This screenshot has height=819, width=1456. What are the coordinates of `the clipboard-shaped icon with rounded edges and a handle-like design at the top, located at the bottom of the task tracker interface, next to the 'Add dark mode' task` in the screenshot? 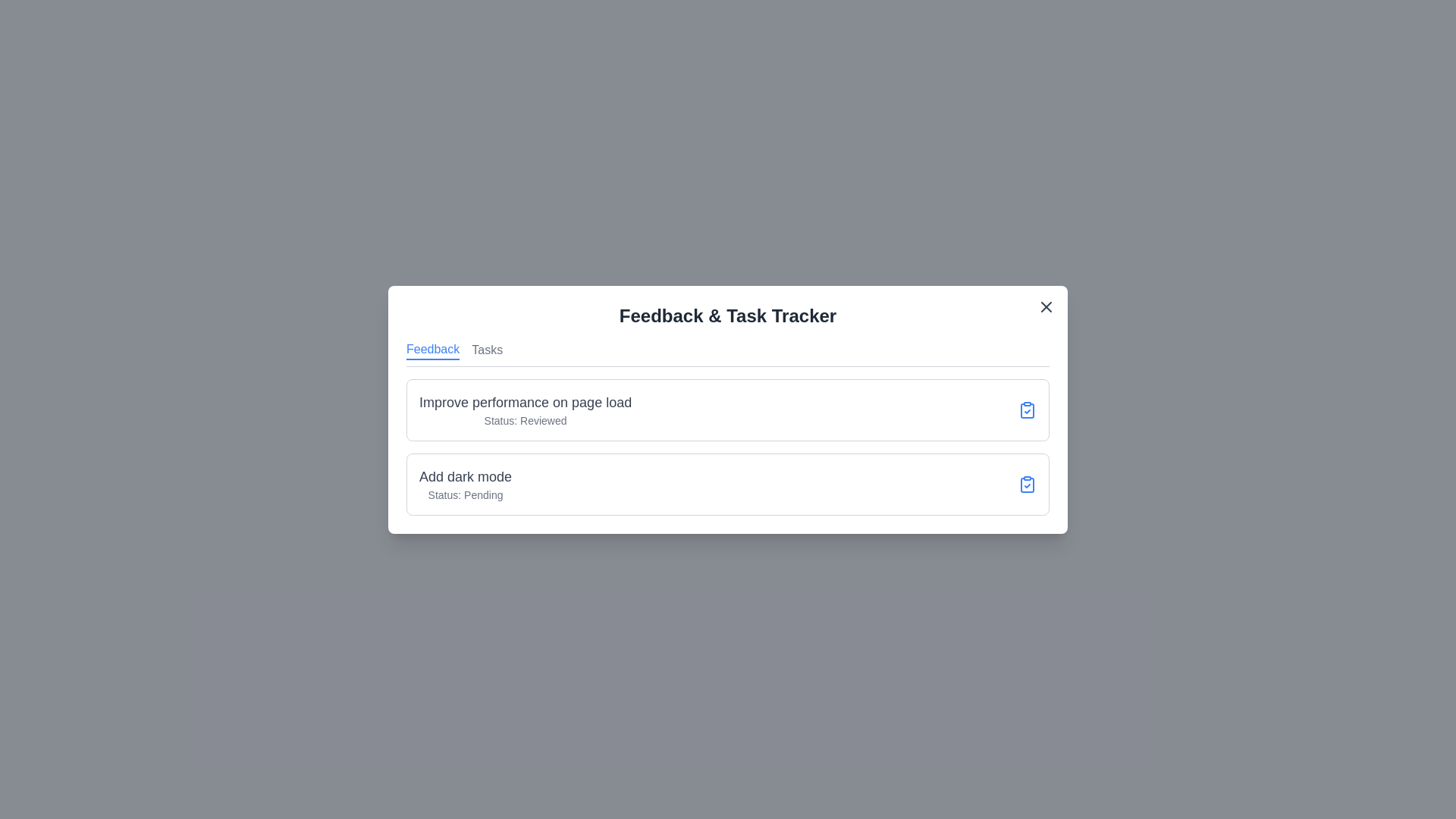 It's located at (1027, 485).